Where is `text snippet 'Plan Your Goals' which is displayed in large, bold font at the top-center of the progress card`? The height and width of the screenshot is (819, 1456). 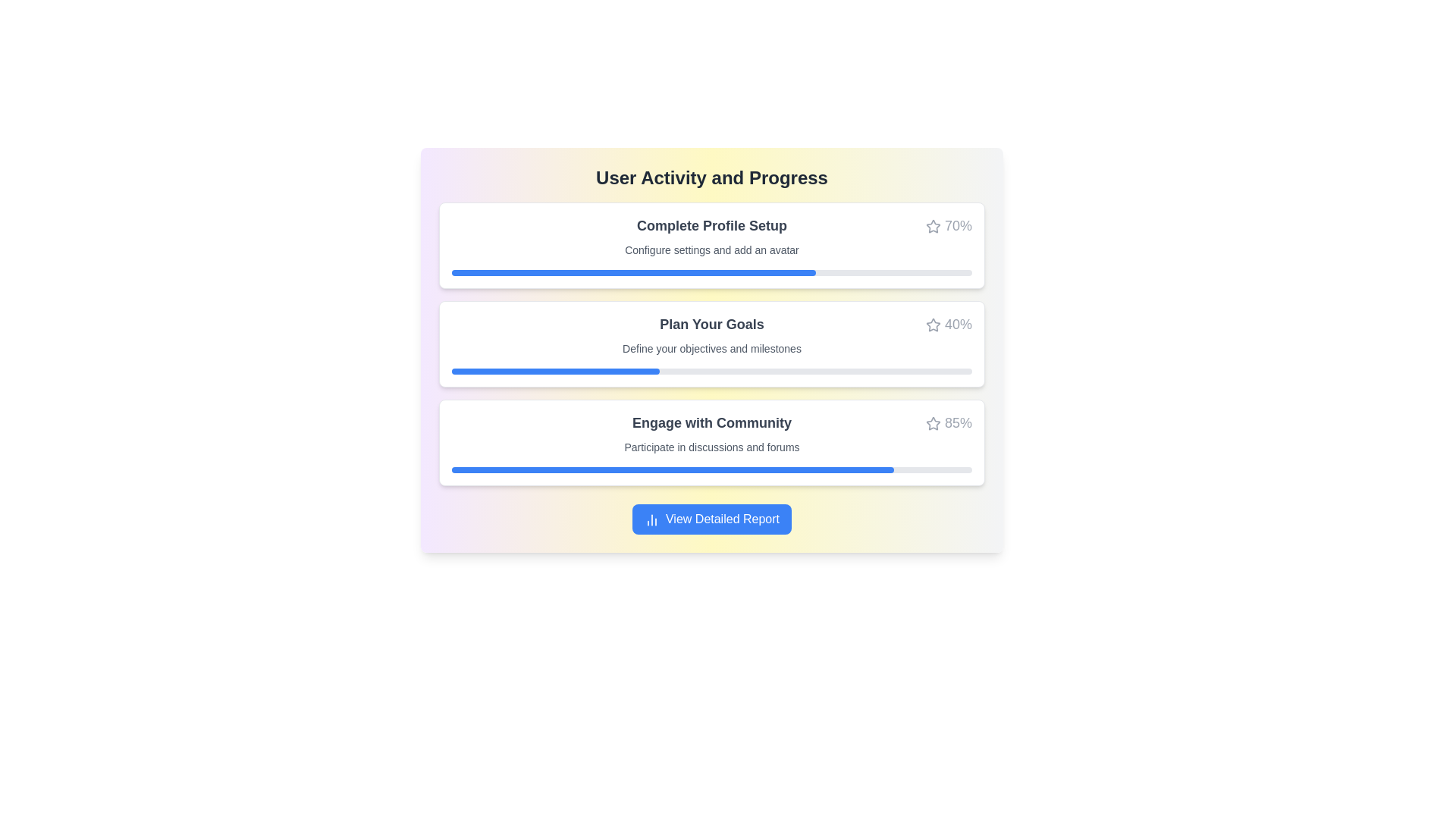
text snippet 'Plan Your Goals' which is displayed in large, bold font at the top-center of the progress card is located at coordinates (711, 324).